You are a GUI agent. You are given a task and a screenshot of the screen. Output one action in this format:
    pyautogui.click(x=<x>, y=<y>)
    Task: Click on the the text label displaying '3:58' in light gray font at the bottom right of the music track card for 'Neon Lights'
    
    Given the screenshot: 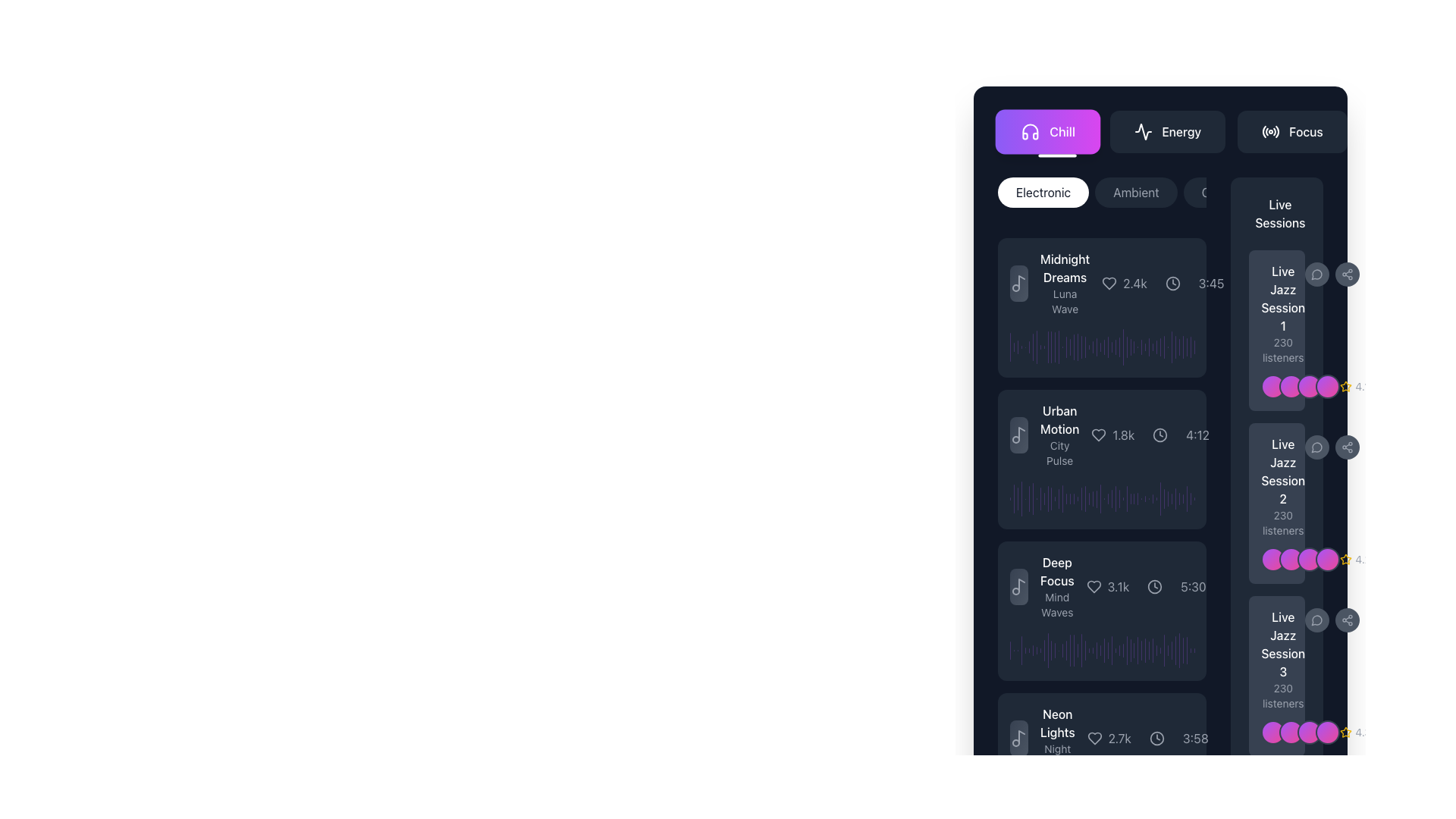 What is the action you would take?
    pyautogui.click(x=1194, y=738)
    